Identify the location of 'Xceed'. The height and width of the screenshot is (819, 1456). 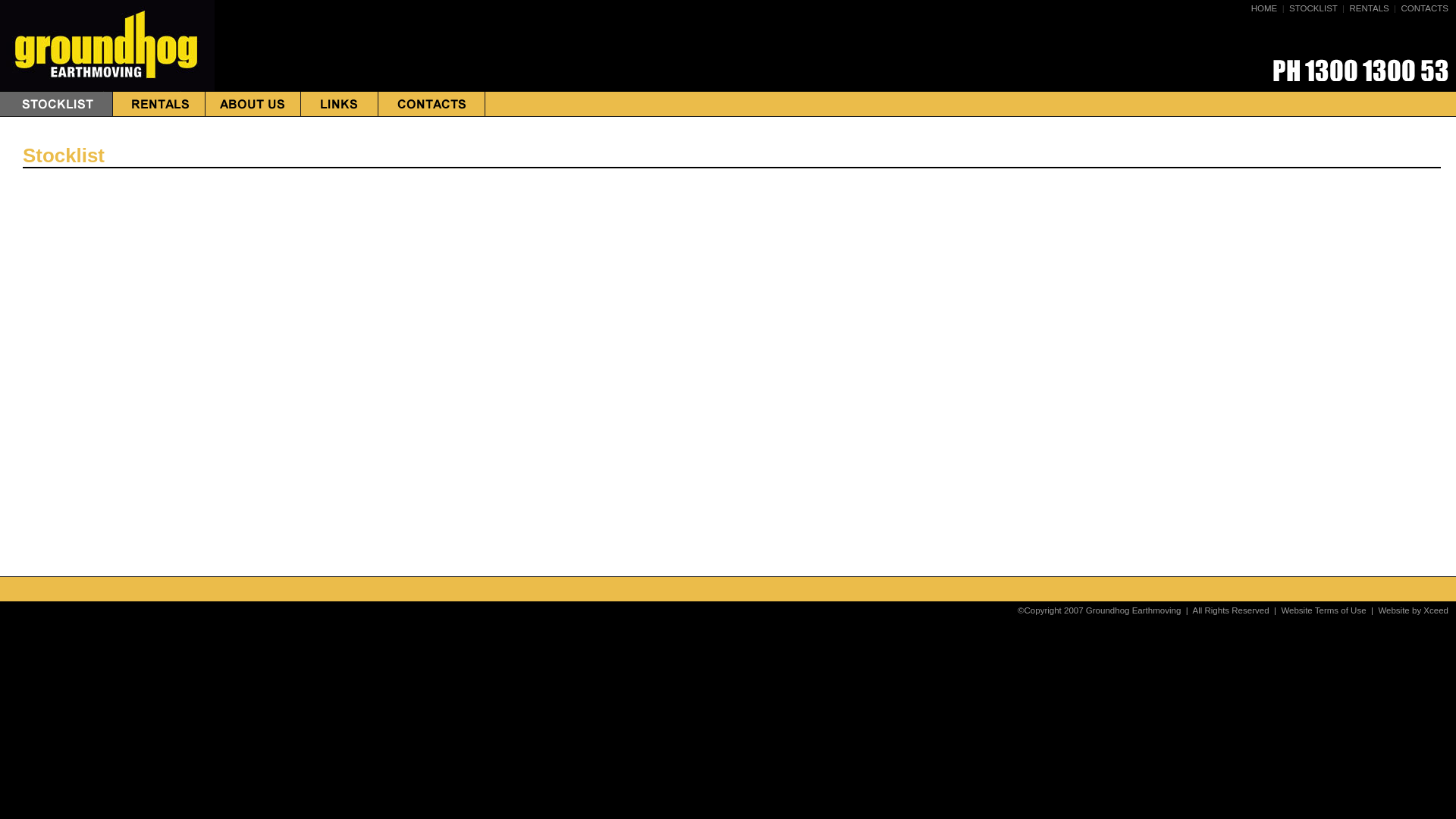
(1435, 610).